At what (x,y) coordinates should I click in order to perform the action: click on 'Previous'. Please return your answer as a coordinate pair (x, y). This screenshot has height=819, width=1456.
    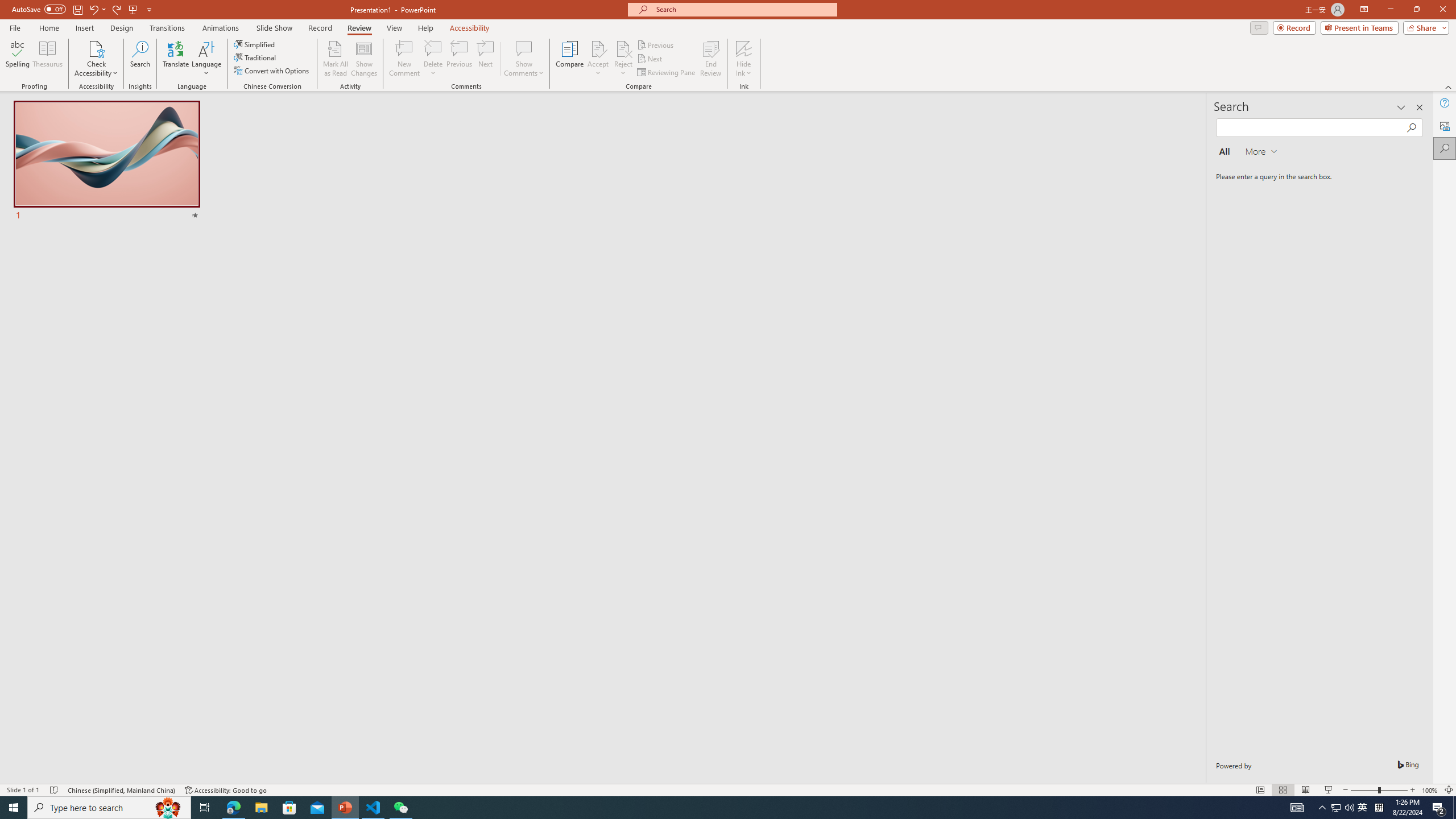
    Looking at the image, I should click on (656, 44).